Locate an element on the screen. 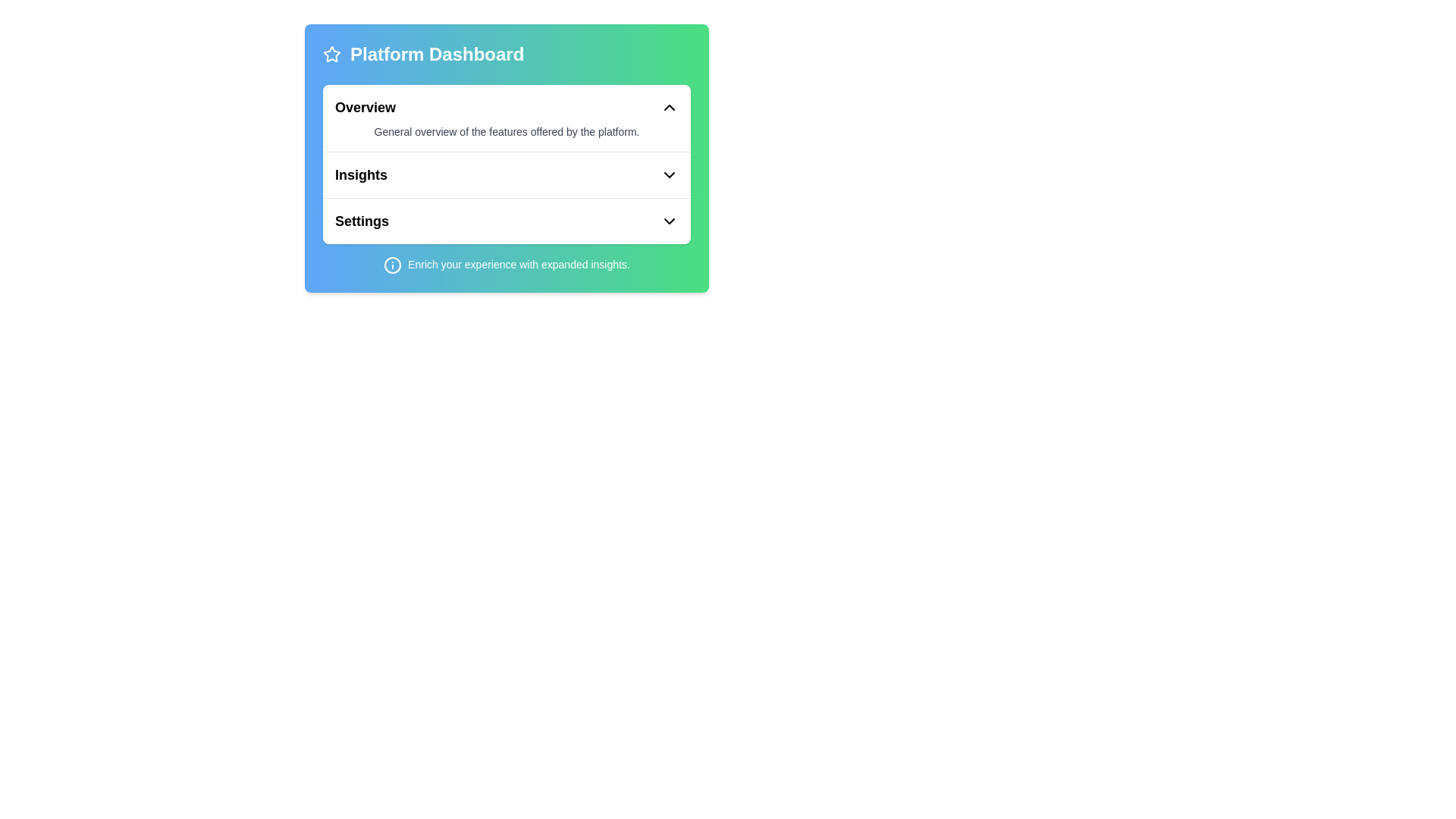  the chevron-up icon located at the far-right side of the 'Overview' section header within the green card titled 'Platform Dashboard' is located at coordinates (669, 107).